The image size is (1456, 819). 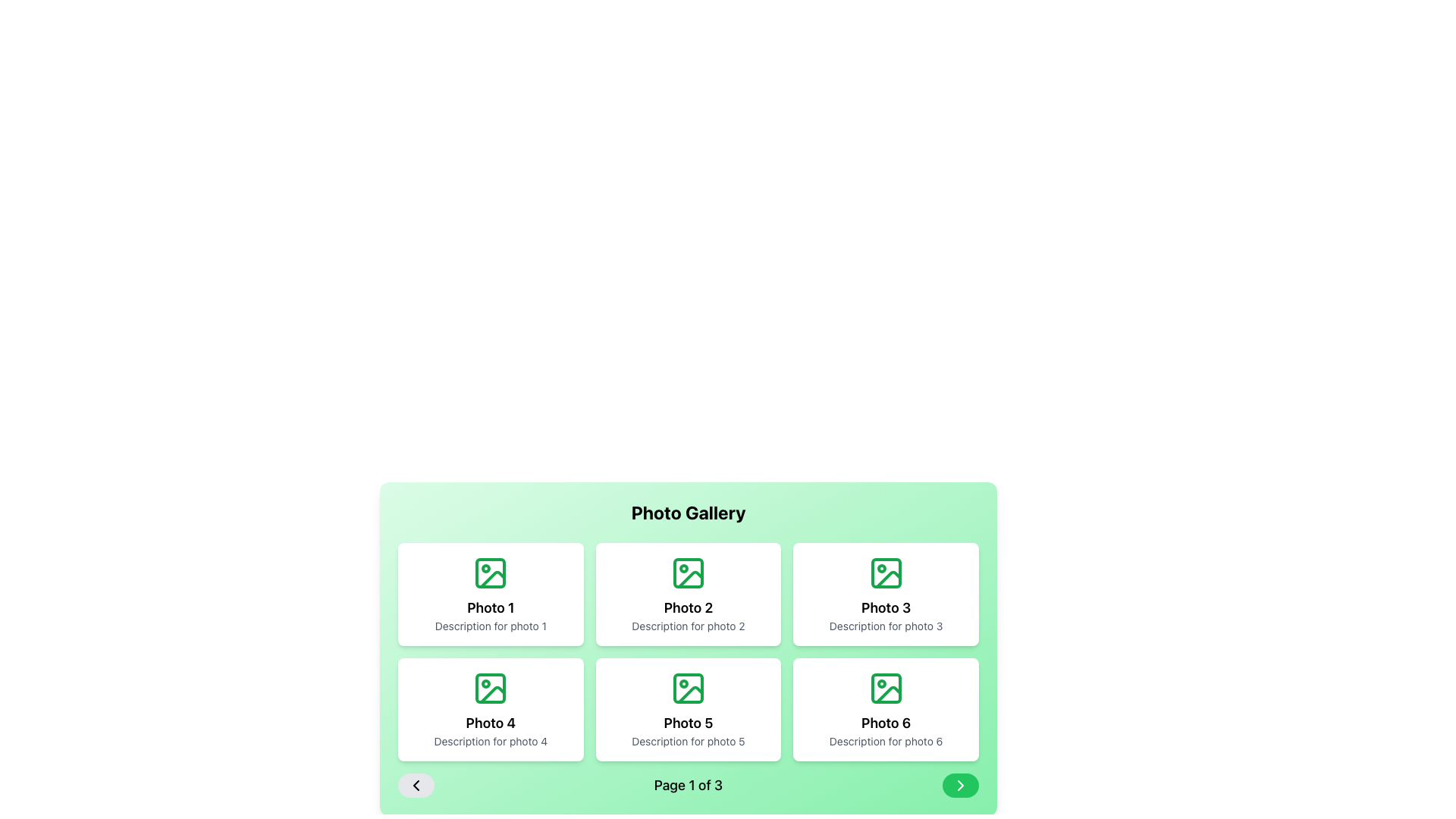 I want to click on the image icon located in the bottom row of the grid, specifically the fifth icon of the gallery, so click(x=690, y=695).